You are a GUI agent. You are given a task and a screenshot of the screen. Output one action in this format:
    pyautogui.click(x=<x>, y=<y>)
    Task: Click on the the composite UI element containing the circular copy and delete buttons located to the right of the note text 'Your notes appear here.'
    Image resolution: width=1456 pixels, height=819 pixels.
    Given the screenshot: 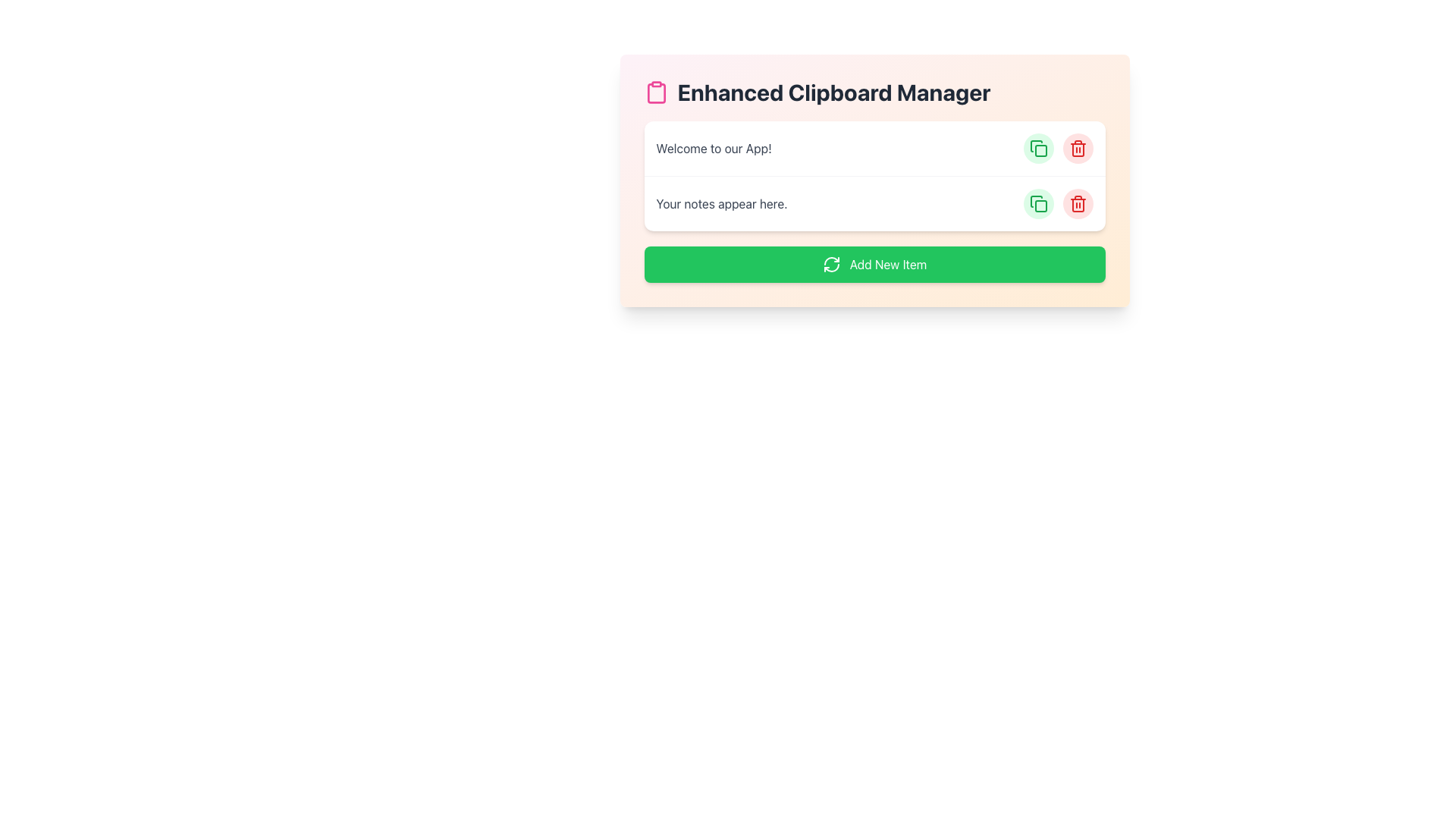 What is the action you would take?
    pyautogui.click(x=1057, y=203)
    